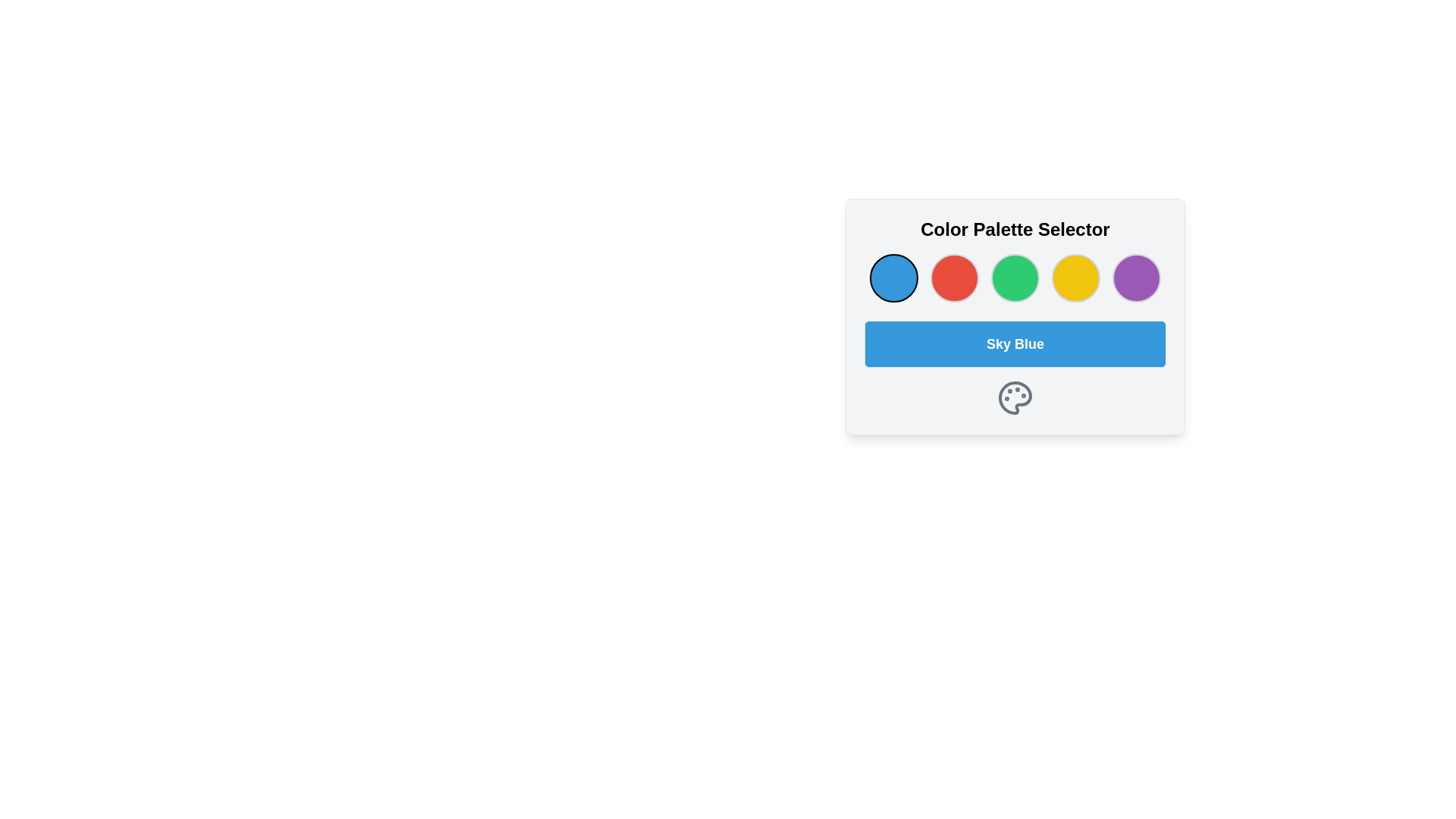  What do you see at coordinates (953, 278) in the screenshot?
I see `the second circular button with a red background in the 'Color Palette Selector' widget to trigger a visual effect` at bounding box center [953, 278].